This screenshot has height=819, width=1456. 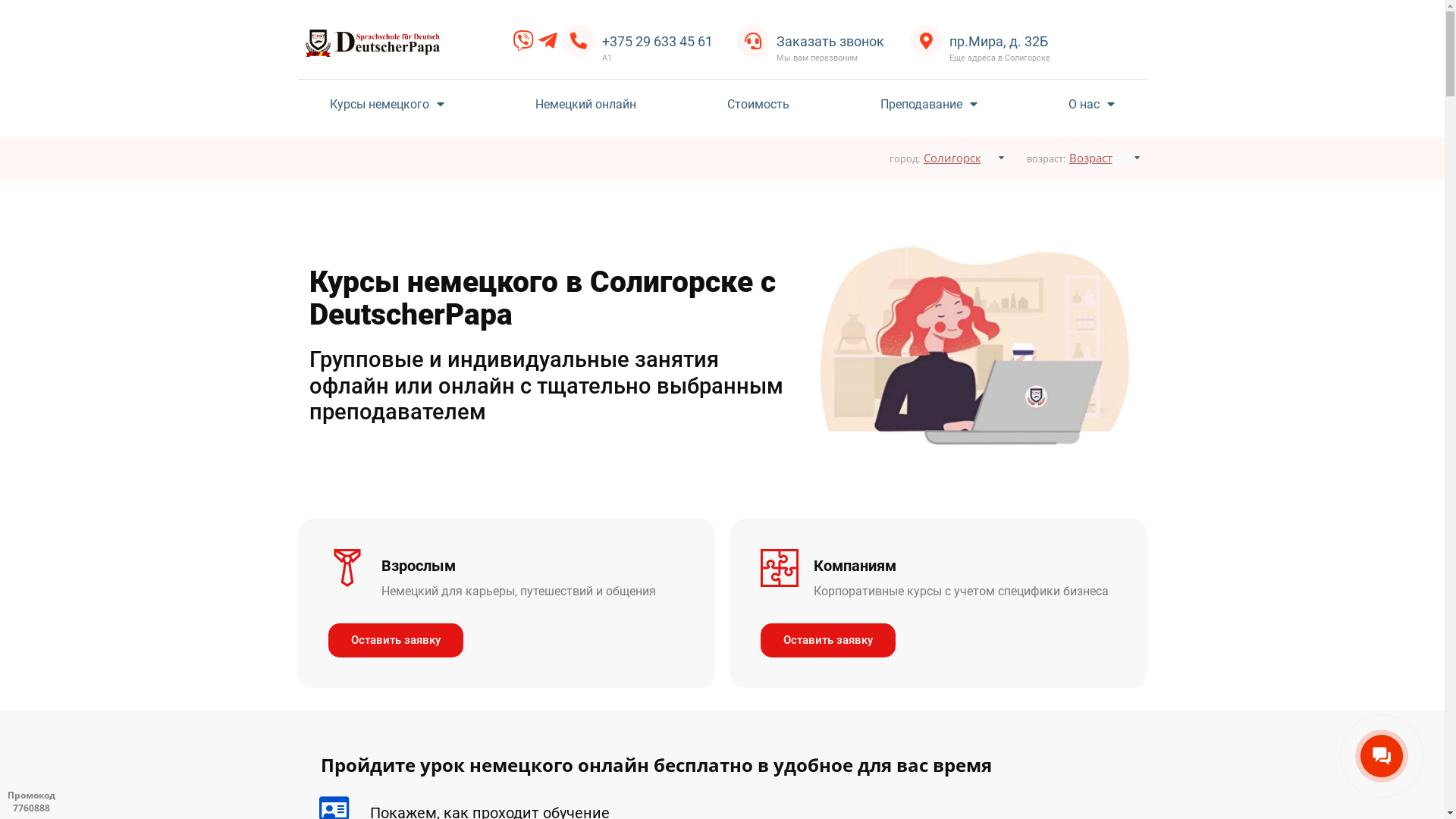 I want to click on '+375 29 633 45 61', so click(x=601, y=40).